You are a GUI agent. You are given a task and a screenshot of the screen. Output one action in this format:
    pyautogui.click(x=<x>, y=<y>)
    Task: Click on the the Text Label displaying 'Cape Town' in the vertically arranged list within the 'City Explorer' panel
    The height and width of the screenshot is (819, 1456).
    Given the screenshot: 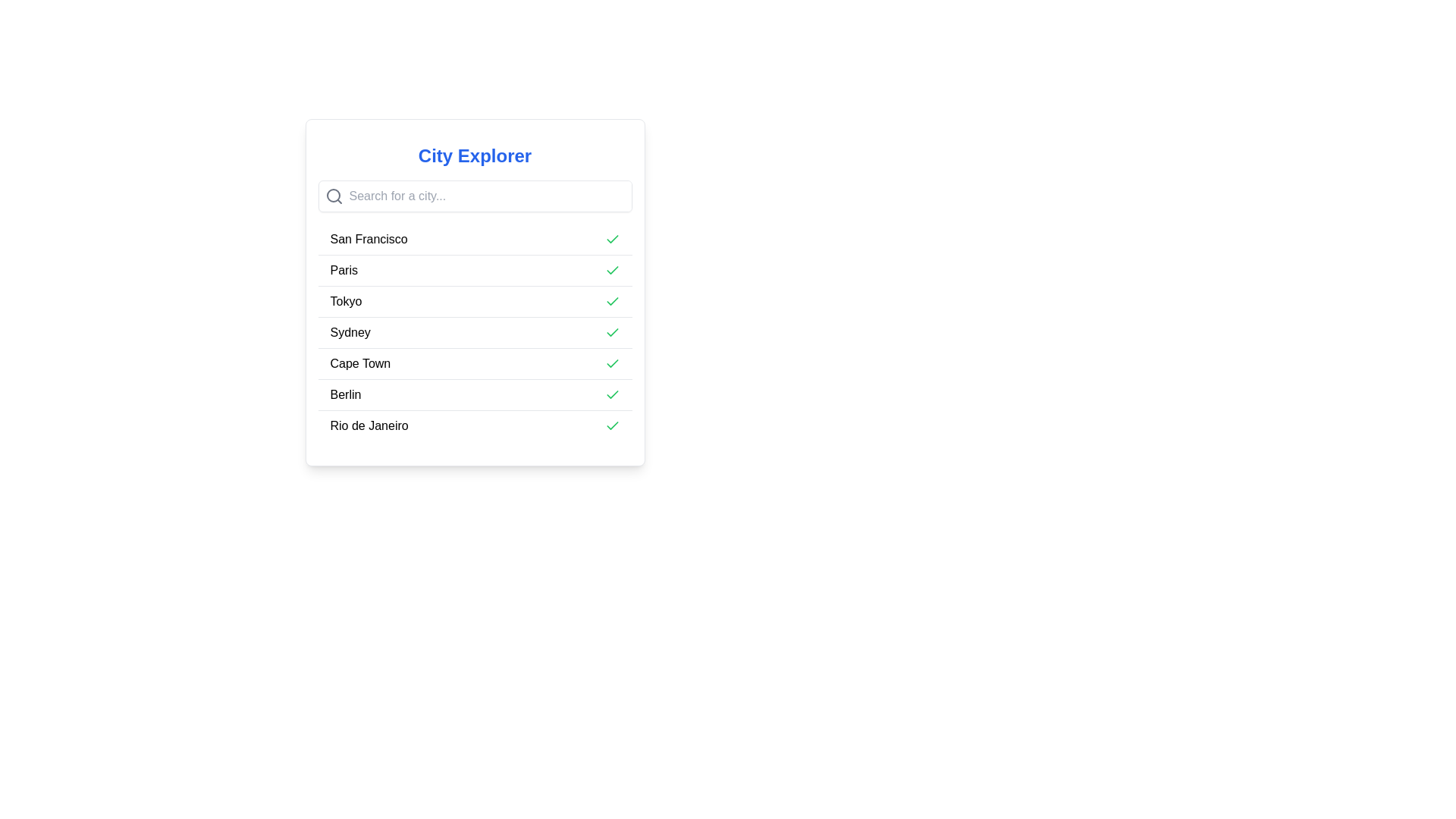 What is the action you would take?
    pyautogui.click(x=359, y=363)
    